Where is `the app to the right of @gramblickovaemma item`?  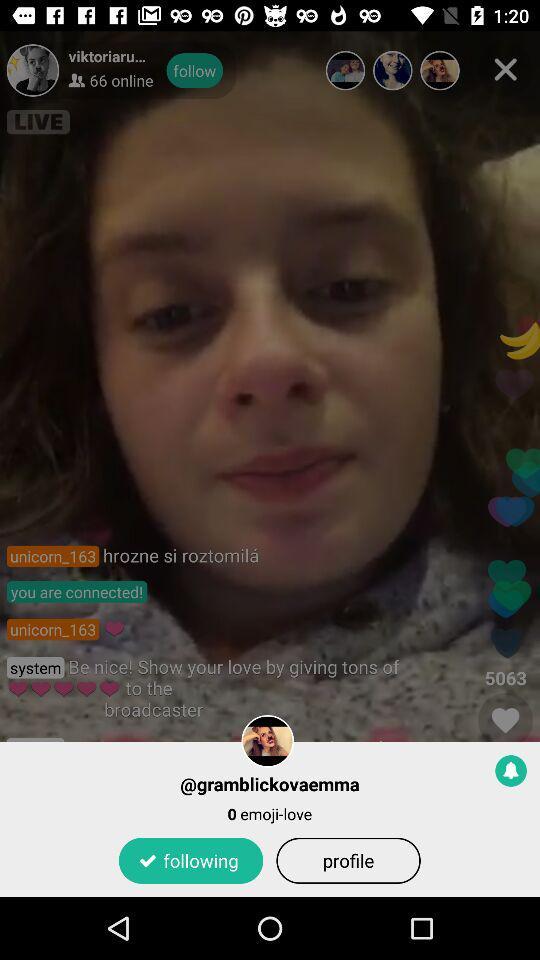 the app to the right of @gramblickovaemma item is located at coordinates (511, 769).